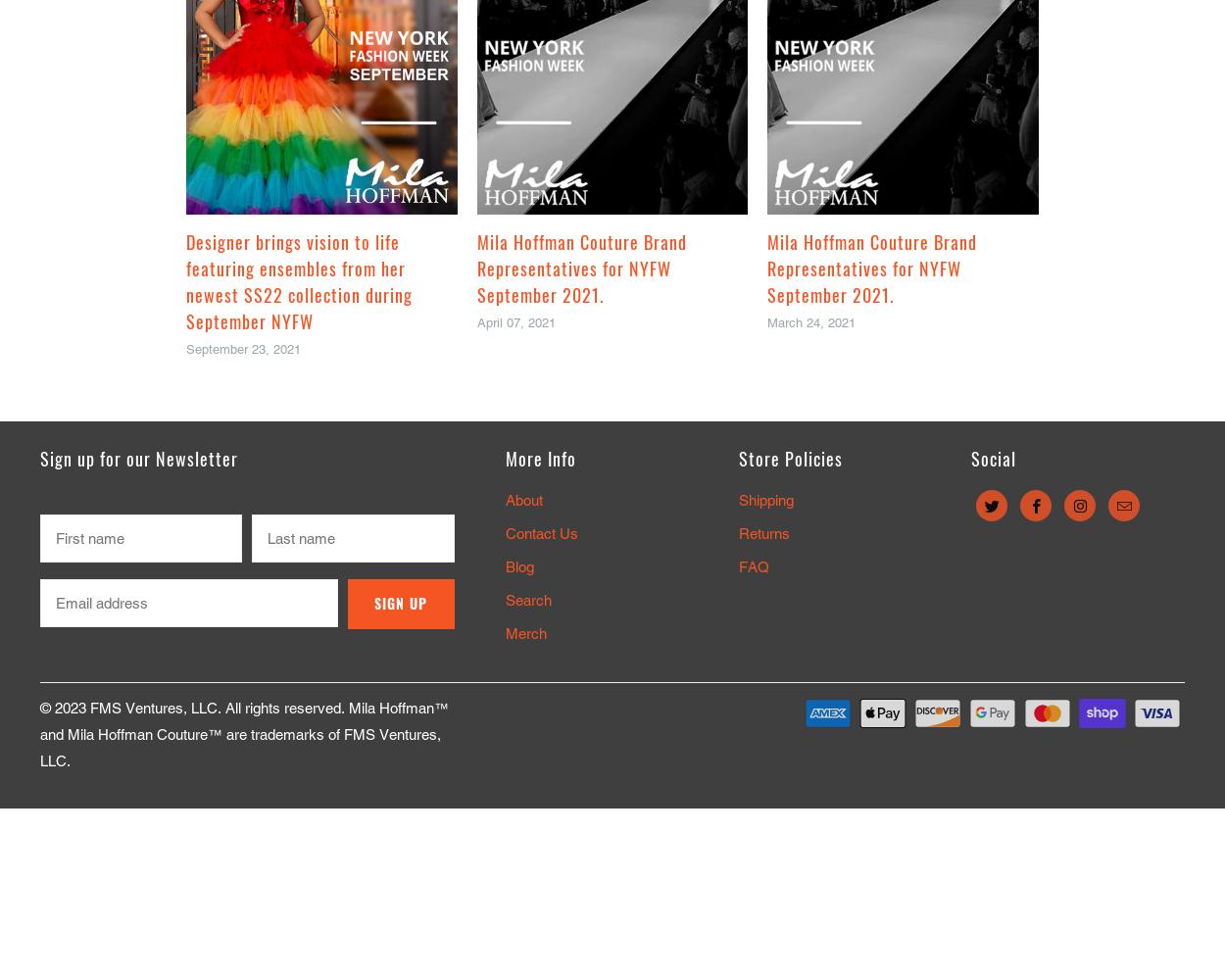 The height and width of the screenshot is (980, 1225). What do you see at coordinates (541, 458) in the screenshot?
I see `'More Info'` at bounding box center [541, 458].